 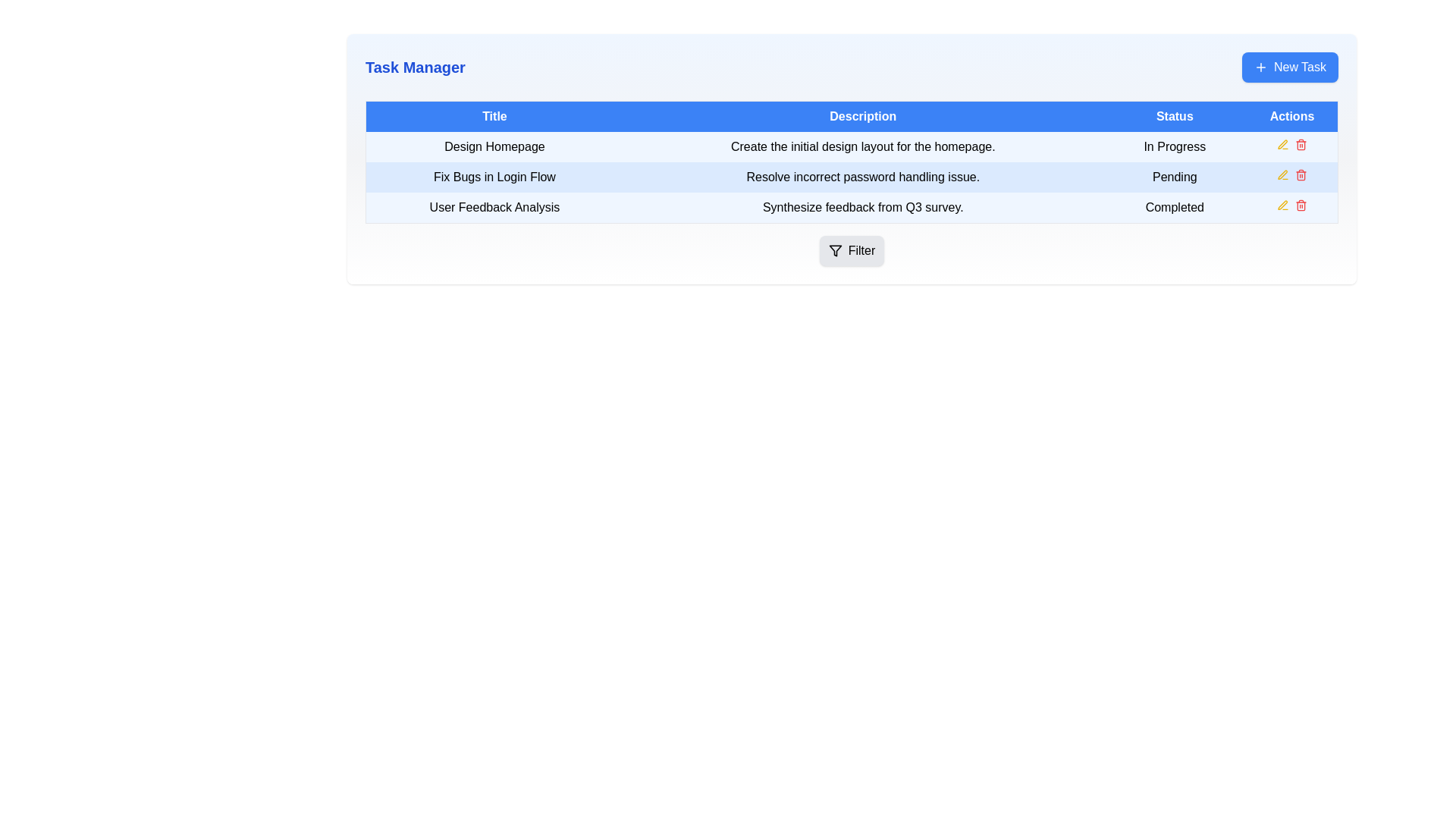 I want to click on the 'Title' text component displayed in white font against a blue rectangular background, located in the header row of the table, to the left of 'Description', so click(x=494, y=115).